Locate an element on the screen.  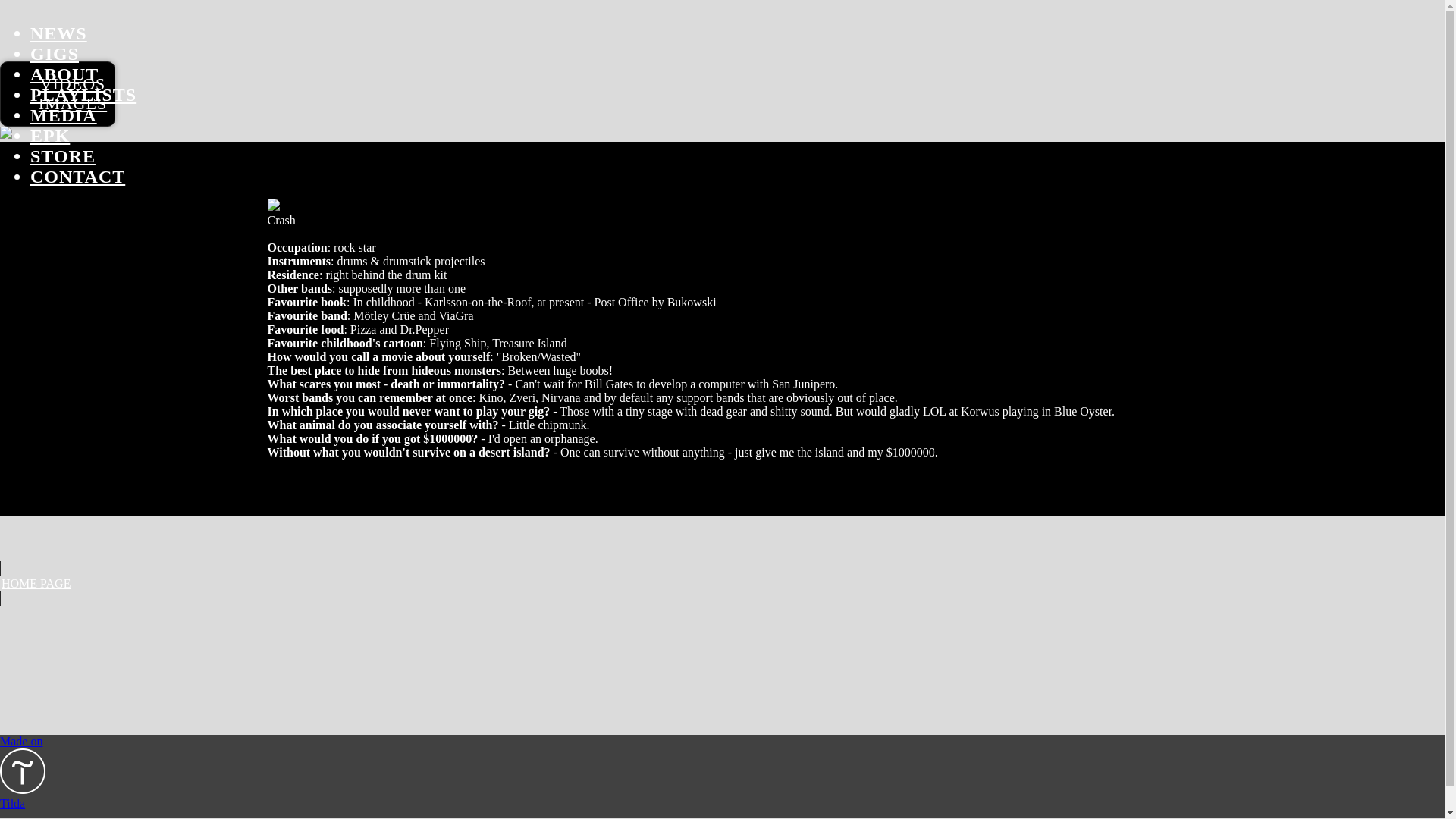
'GIGS' is located at coordinates (30, 52).